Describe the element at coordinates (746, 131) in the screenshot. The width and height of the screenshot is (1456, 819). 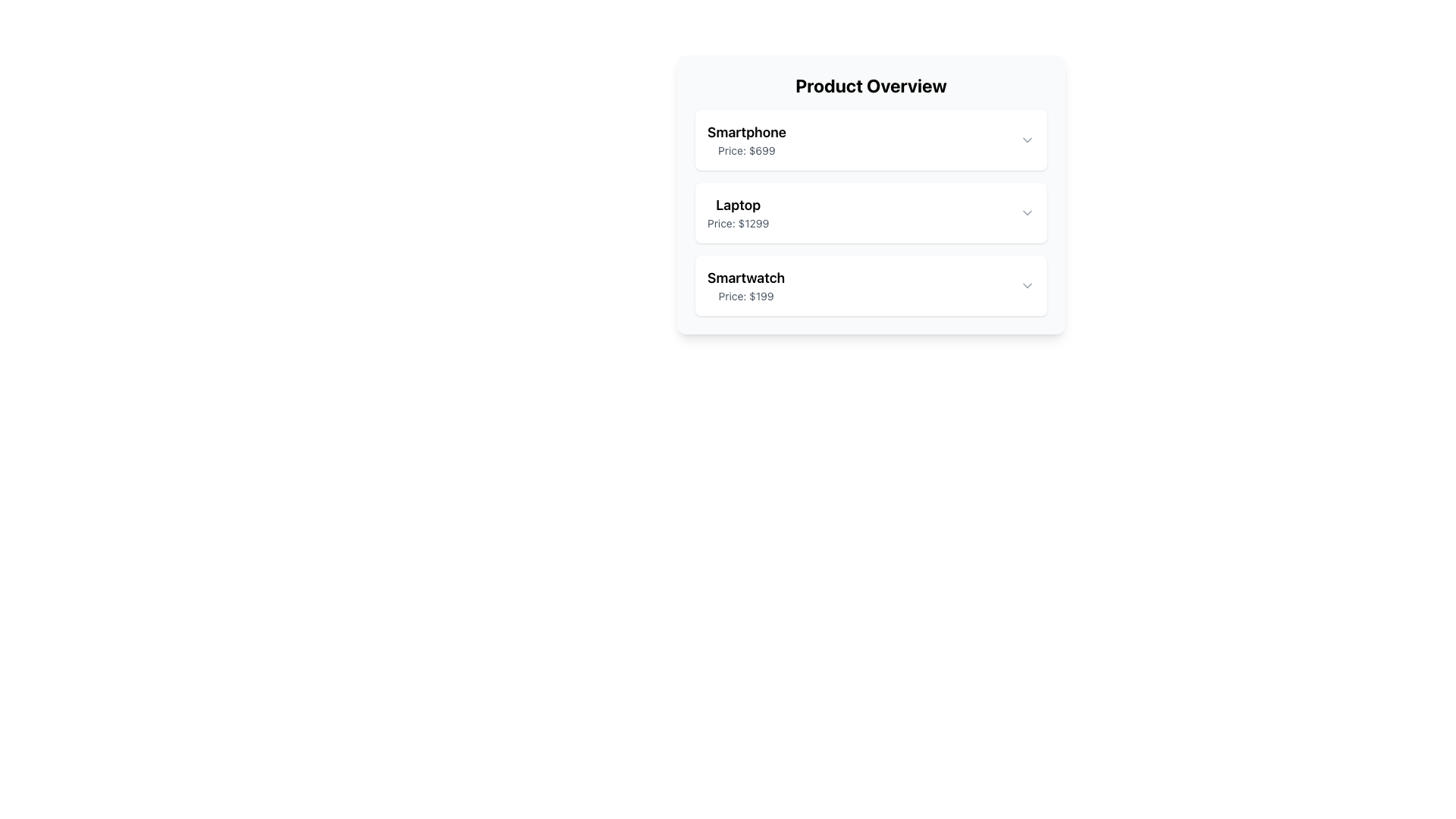
I see `the text label displaying 'Smartphone', which is positioned at the top left corner of the product information block` at that location.